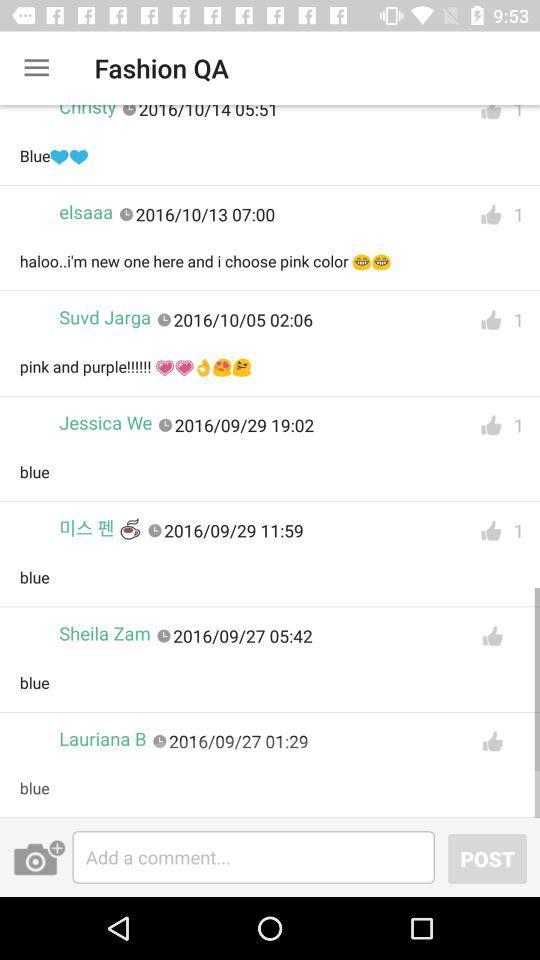  What do you see at coordinates (105, 423) in the screenshot?
I see `the jessica we item` at bounding box center [105, 423].